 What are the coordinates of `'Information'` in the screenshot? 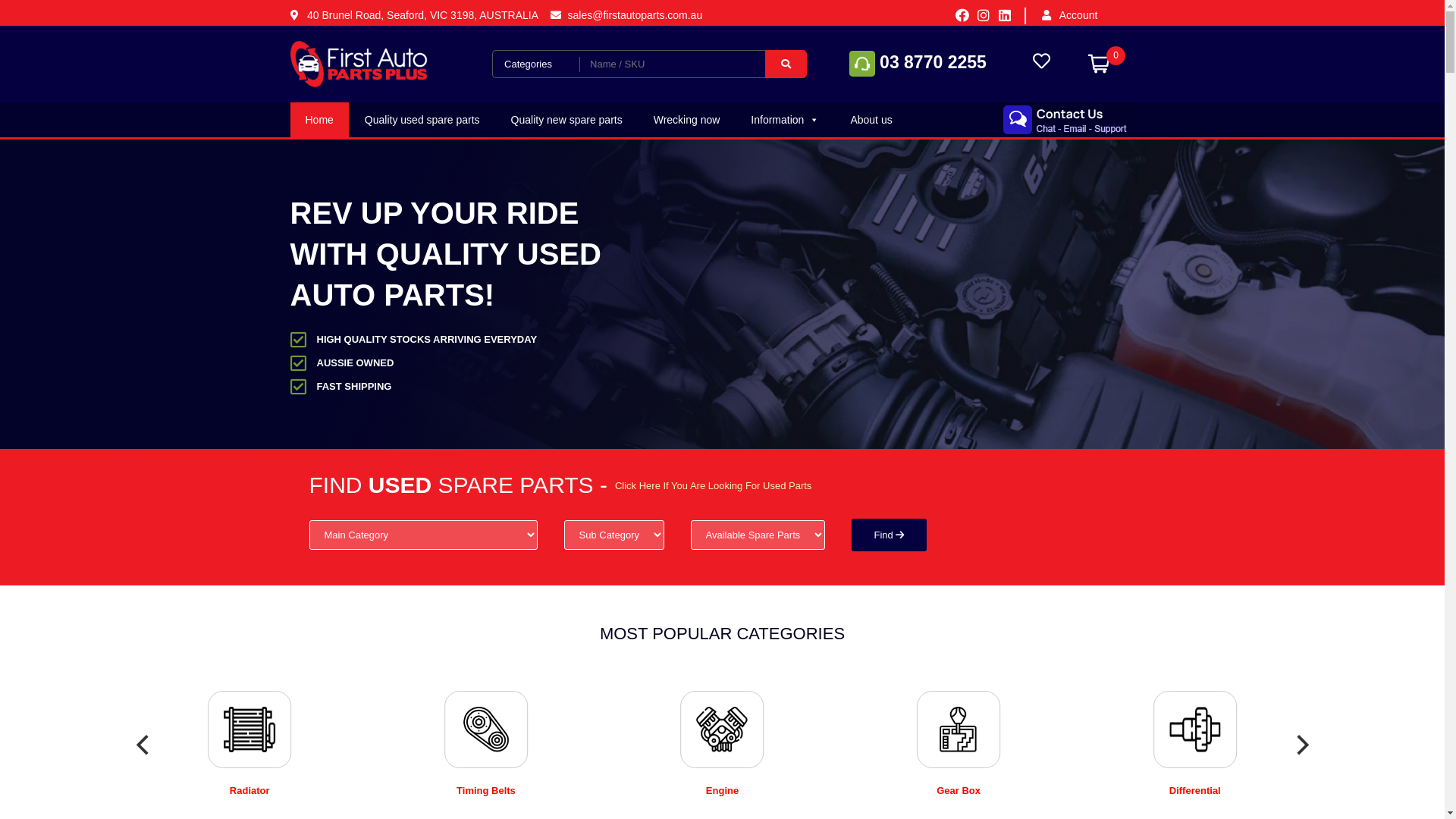 It's located at (735, 119).